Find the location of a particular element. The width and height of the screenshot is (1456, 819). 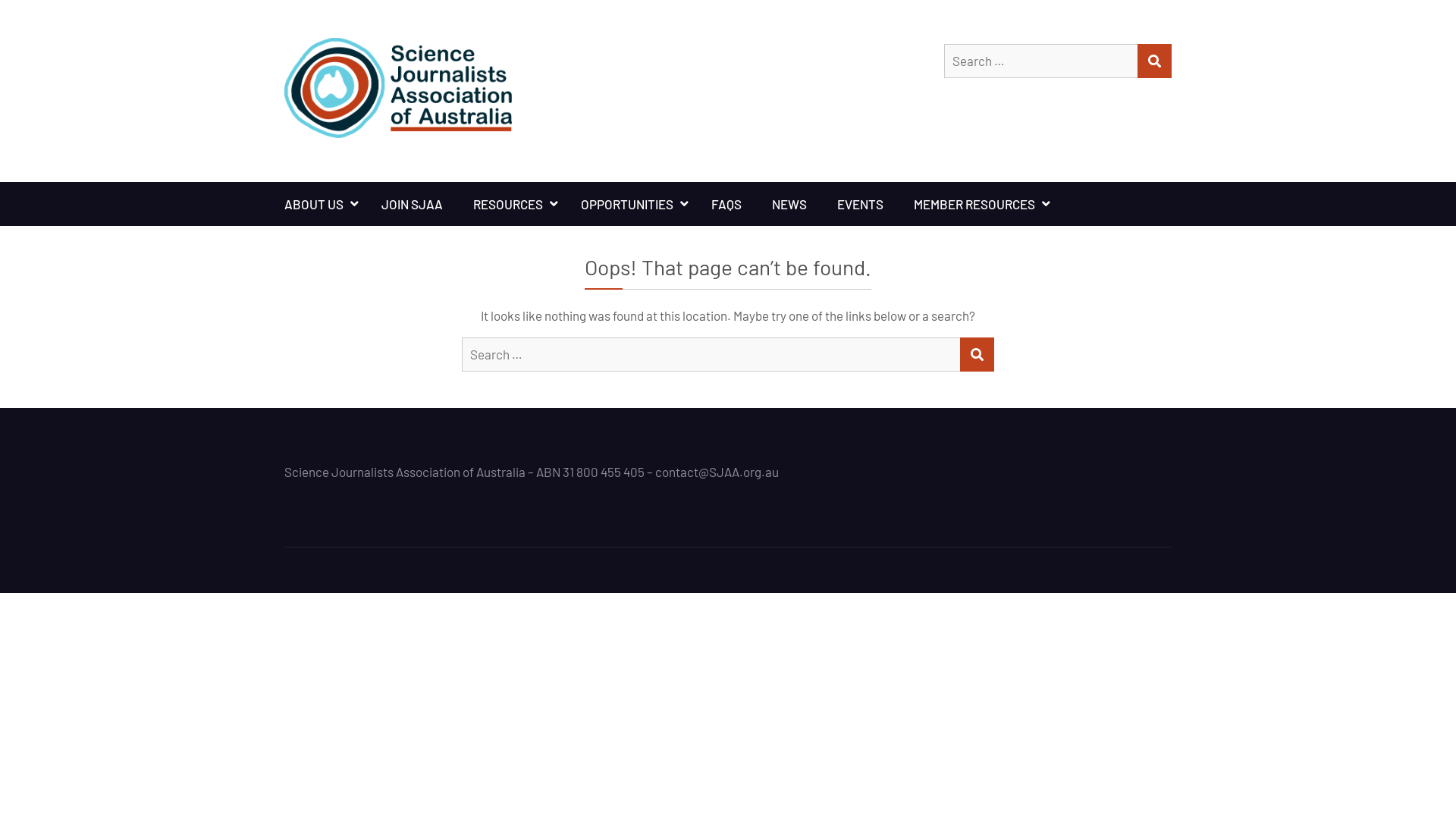

'RESOURCES' is located at coordinates (512, 203).